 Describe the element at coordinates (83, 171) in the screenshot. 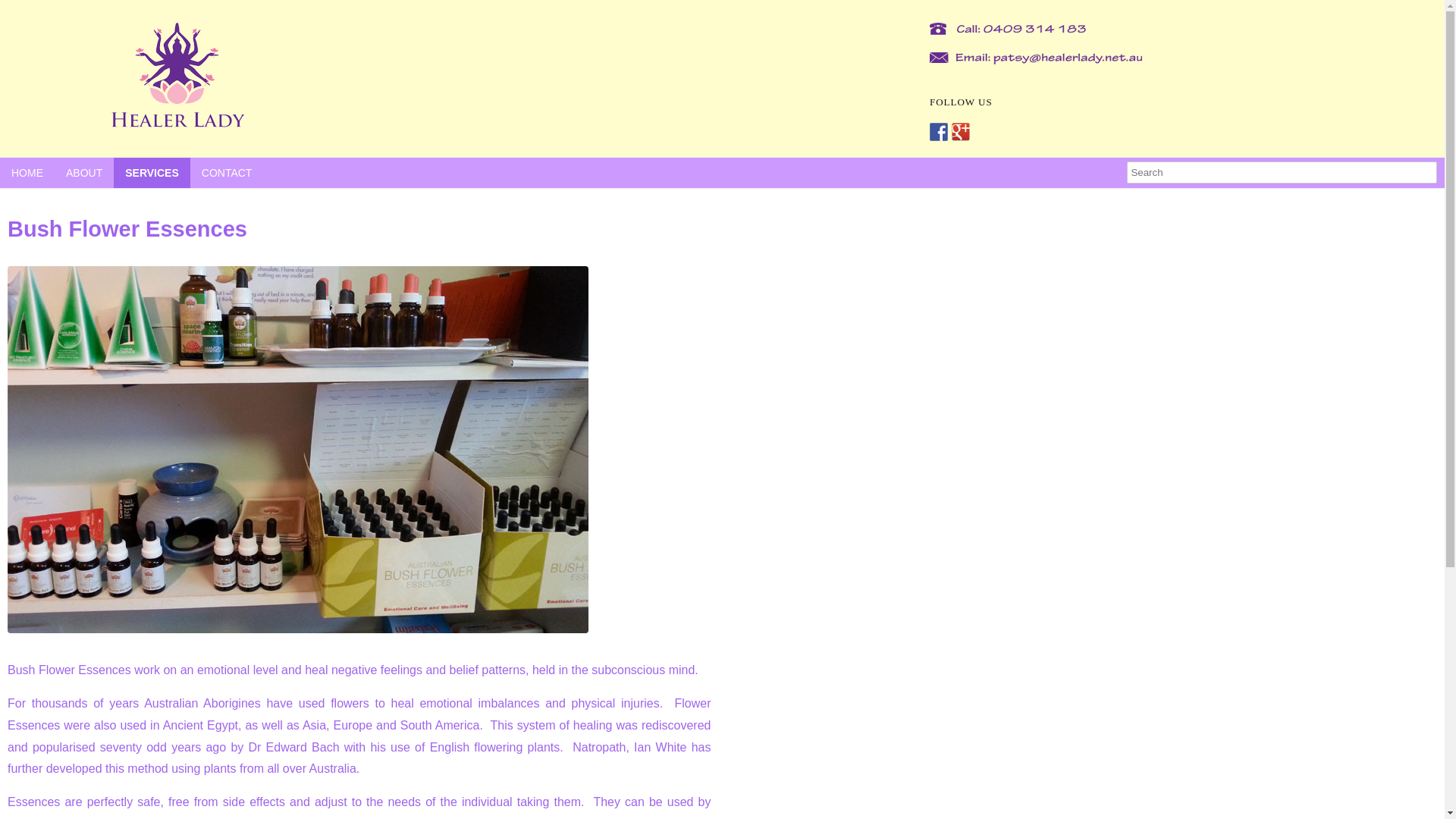

I see `'ABOUT'` at that location.